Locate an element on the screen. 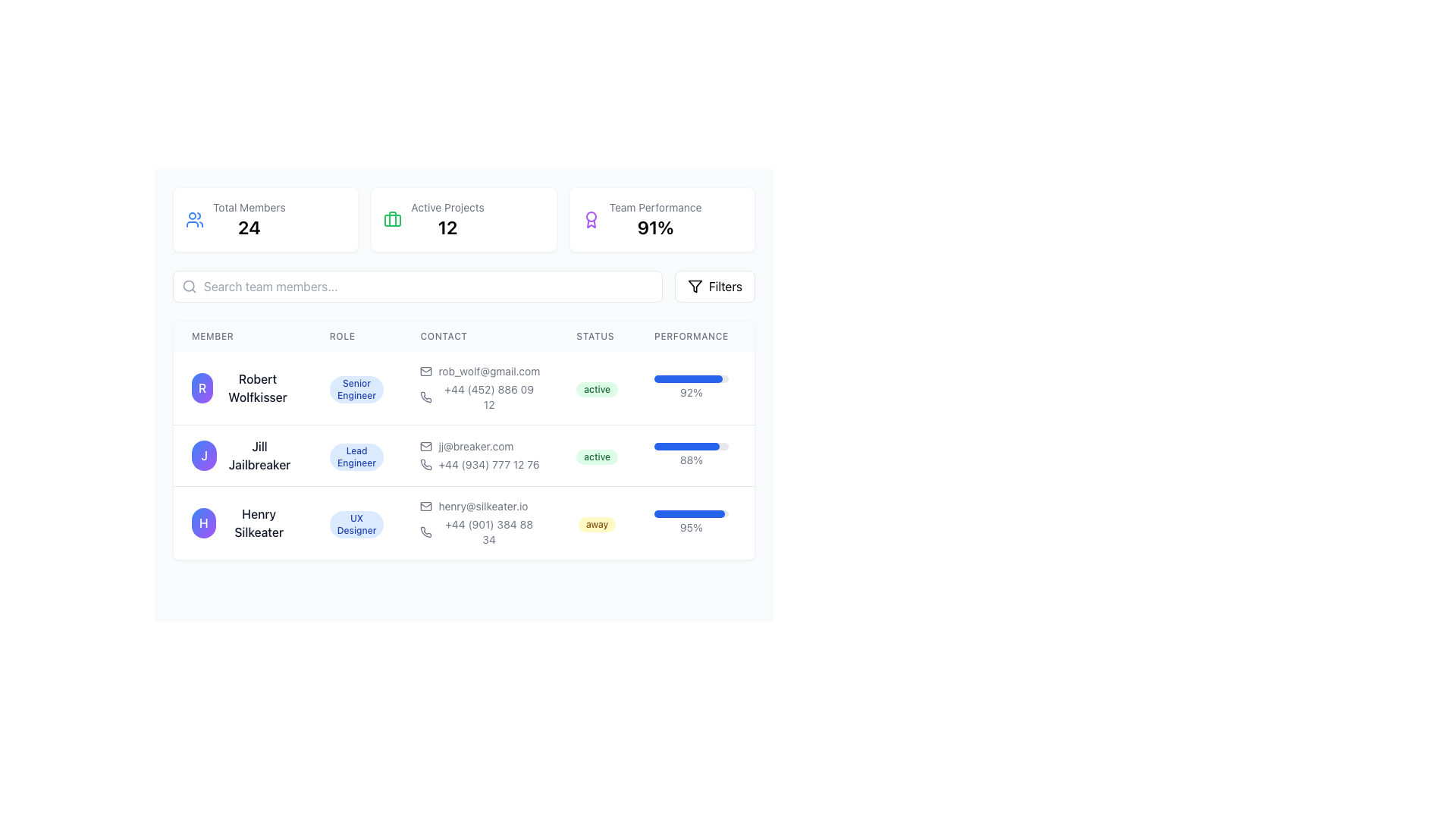 This screenshot has width=1456, height=819. the interactive sub-element within the second row of the team member details table, which is located beneath the row for 'Robert Wolfkisser' and above 'Henry Silkeater' is located at coordinates (500, 455).